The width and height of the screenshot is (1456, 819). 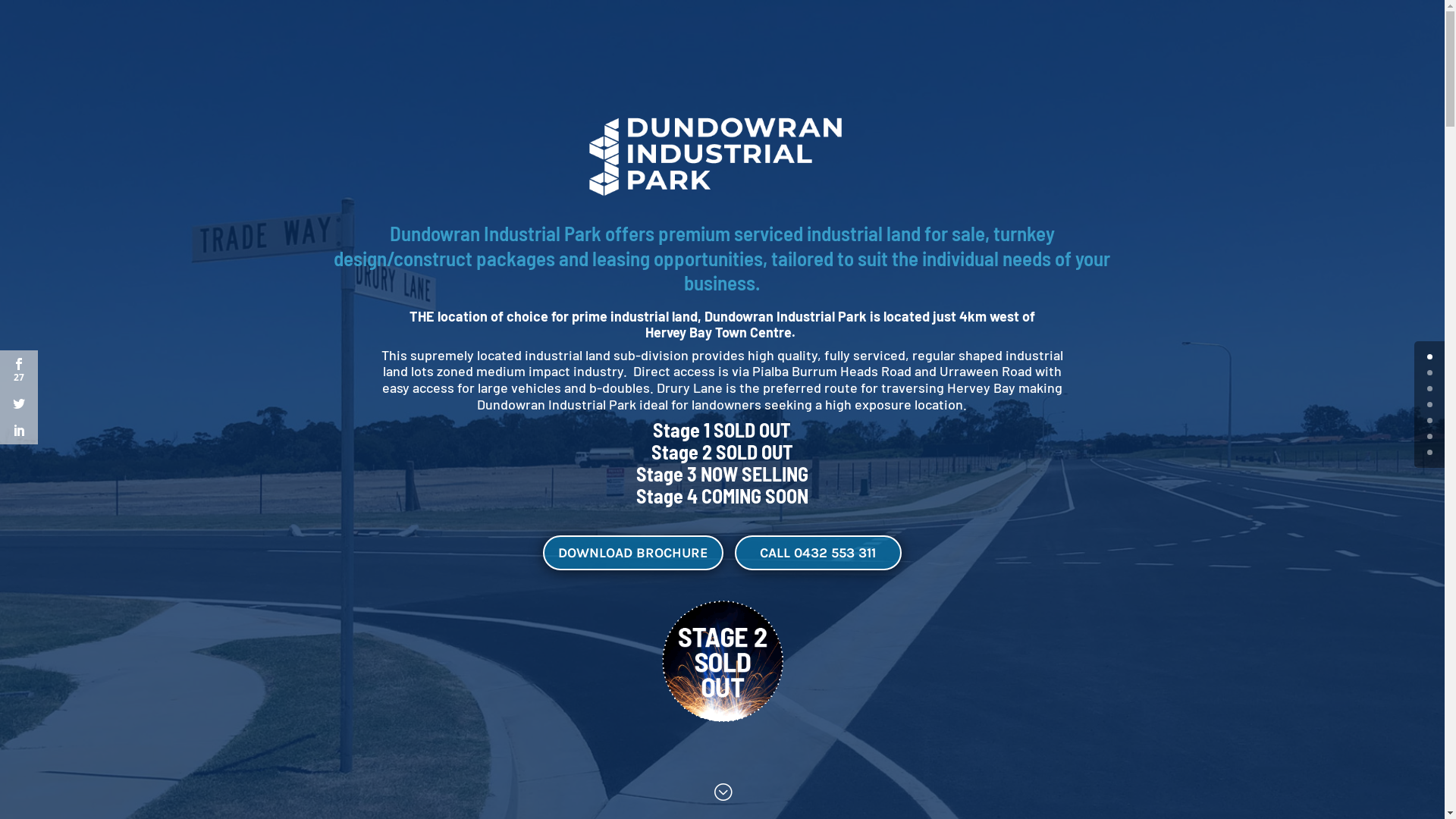 I want to click on '0', so click(x=1429, y=356).